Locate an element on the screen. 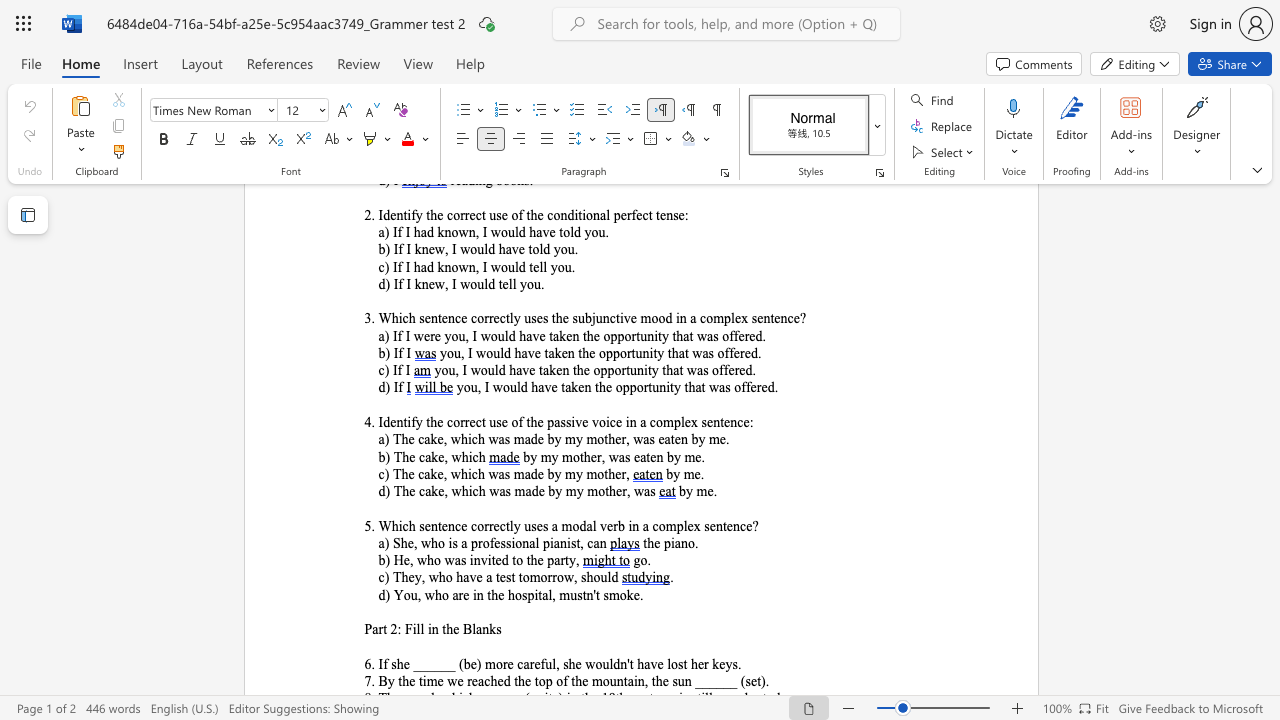 The height and width of the screenshot is (720, 1280). the subset text "he B" within the text "Part 2: Fill in the Blanks" is located at coordinates (445, 628).